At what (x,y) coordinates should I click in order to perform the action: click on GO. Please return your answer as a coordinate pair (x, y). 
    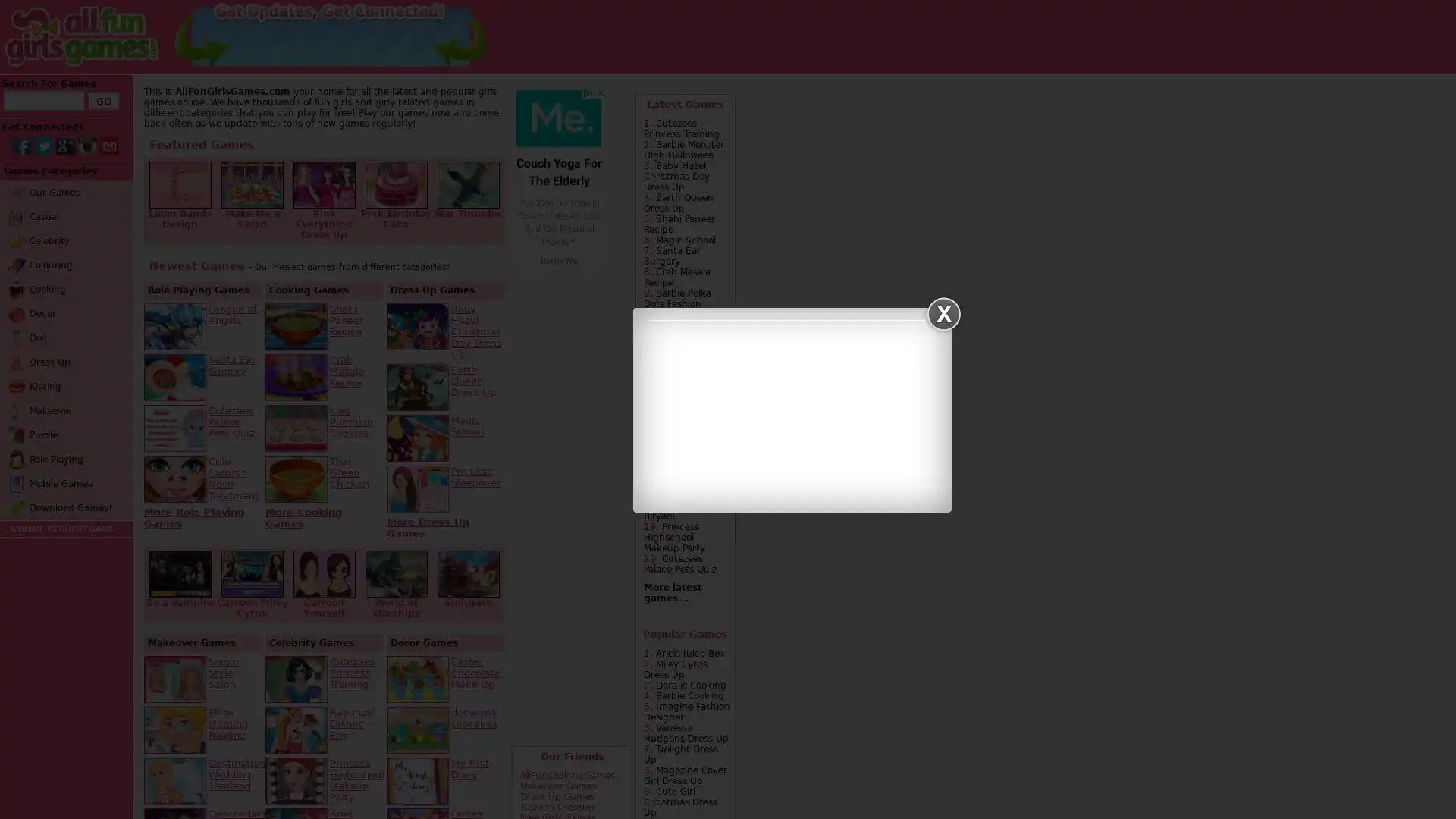
    Looking at the image, I should click on (103, 100).